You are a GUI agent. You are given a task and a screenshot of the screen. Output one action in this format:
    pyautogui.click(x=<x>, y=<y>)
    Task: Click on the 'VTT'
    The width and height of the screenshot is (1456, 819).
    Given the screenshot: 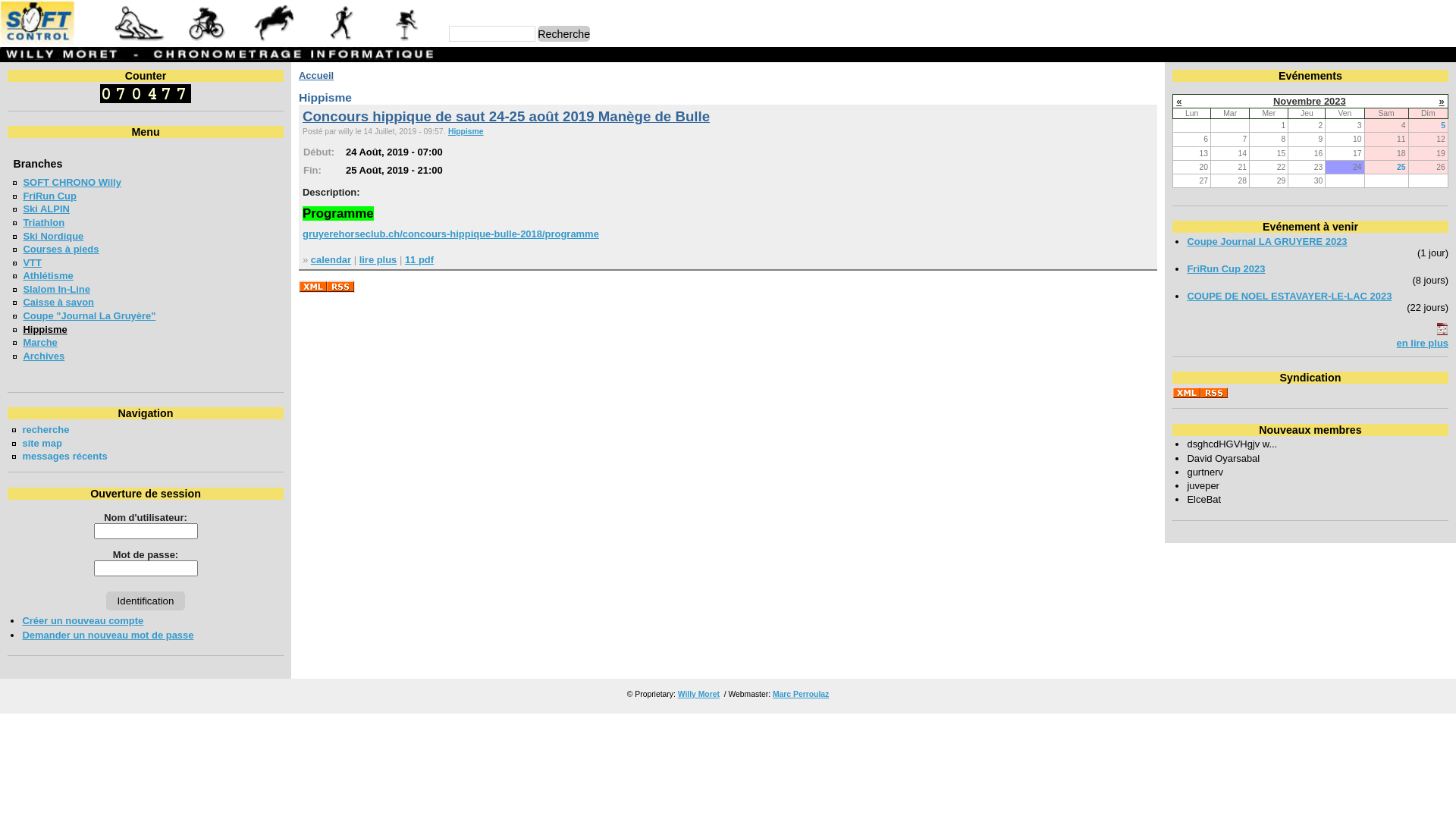 What is the action you would take?
    pyautogui.click(x=22, y=262)
    